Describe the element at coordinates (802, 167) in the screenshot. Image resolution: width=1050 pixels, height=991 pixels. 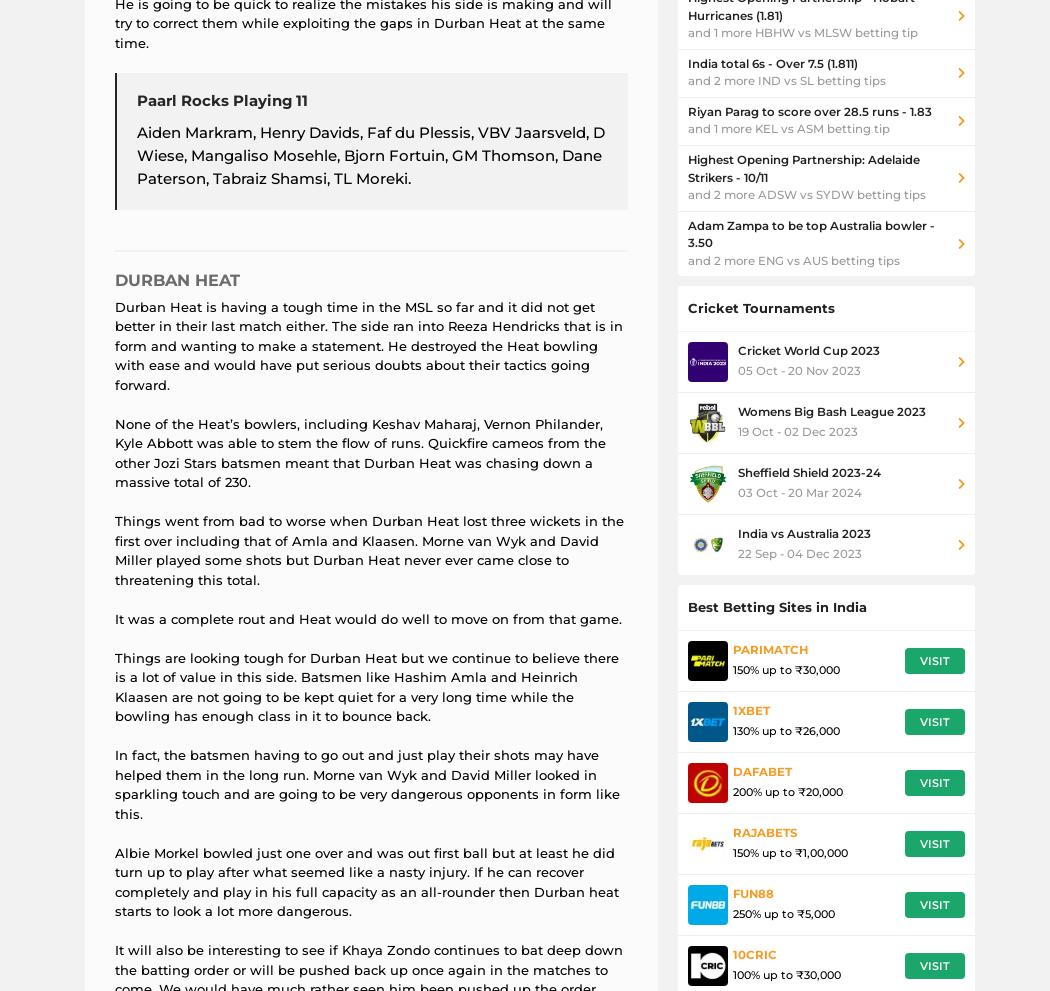
I see `'Highest Opening Partnership: Adelaide Strikers - 10/11'` at that location.